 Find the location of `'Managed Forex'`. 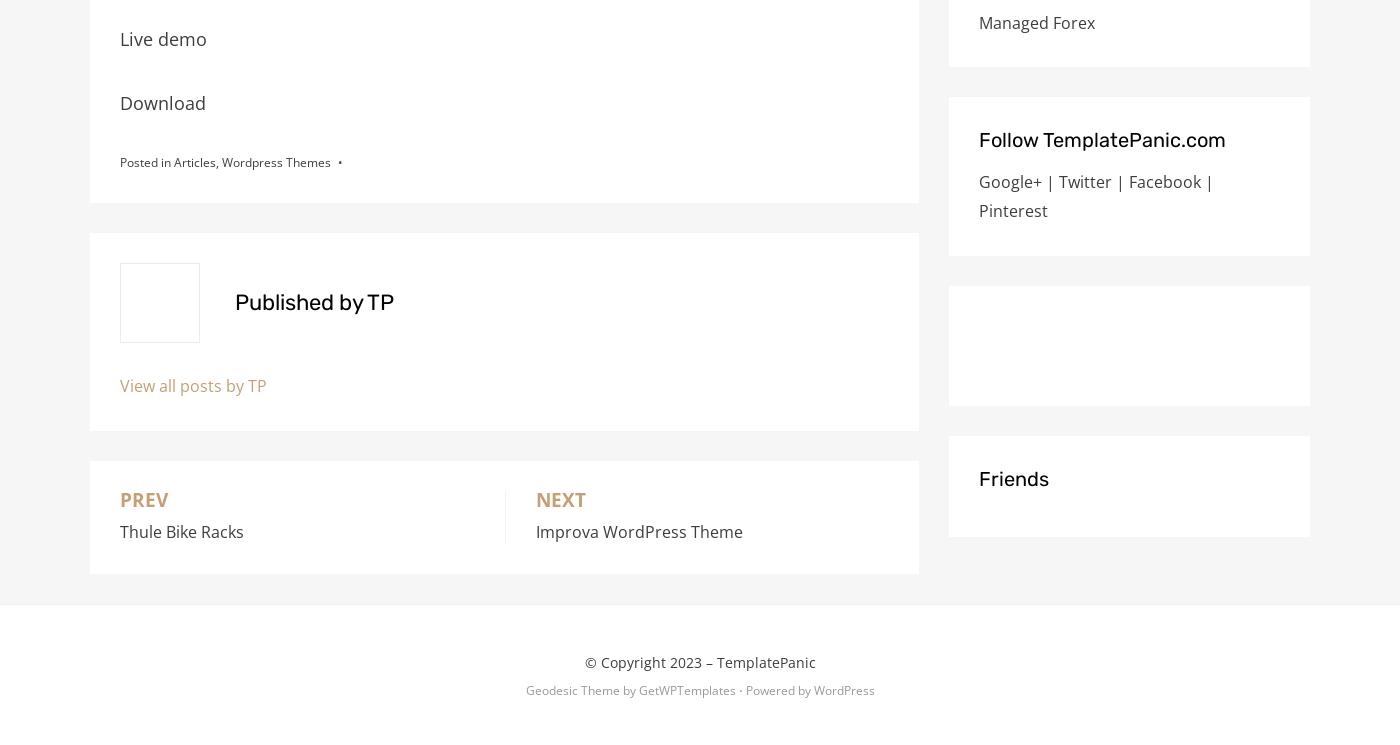

'Managed Forex' is located at coordinates (979, 21).